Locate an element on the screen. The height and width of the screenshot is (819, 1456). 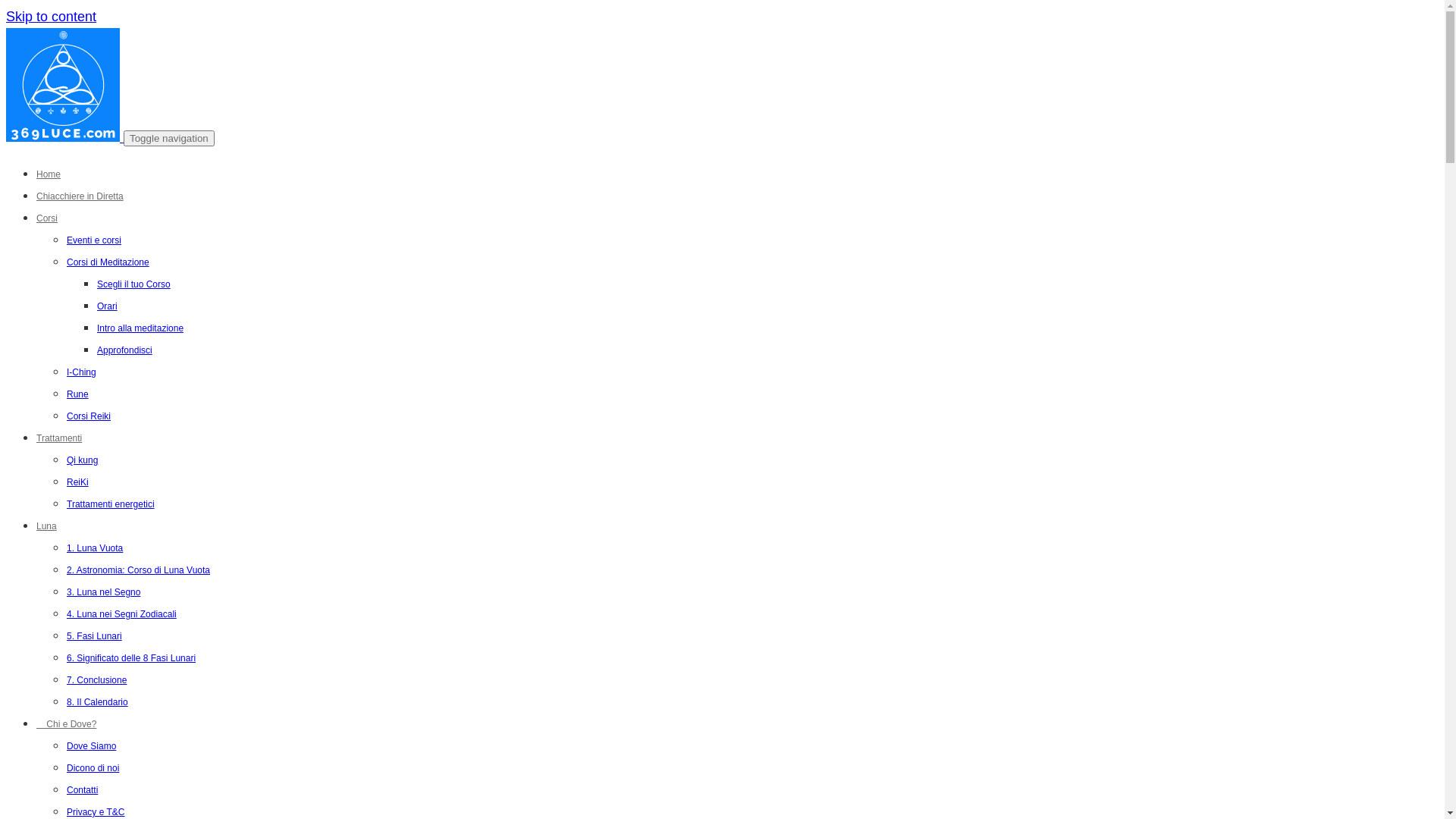
'1. Luna Vuota' is located at coordinates (93, 548).